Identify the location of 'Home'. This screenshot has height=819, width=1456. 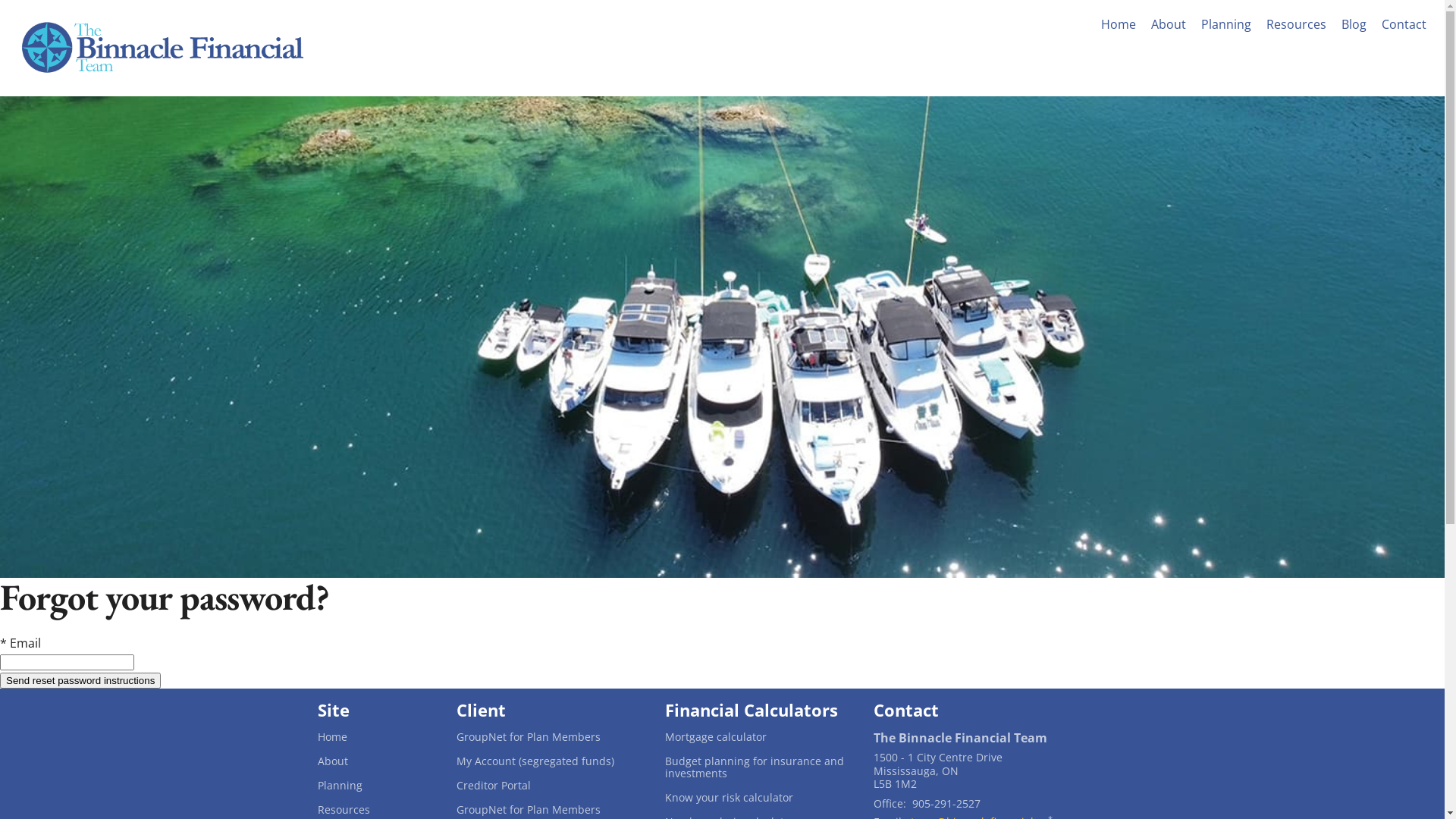
(374, 736).